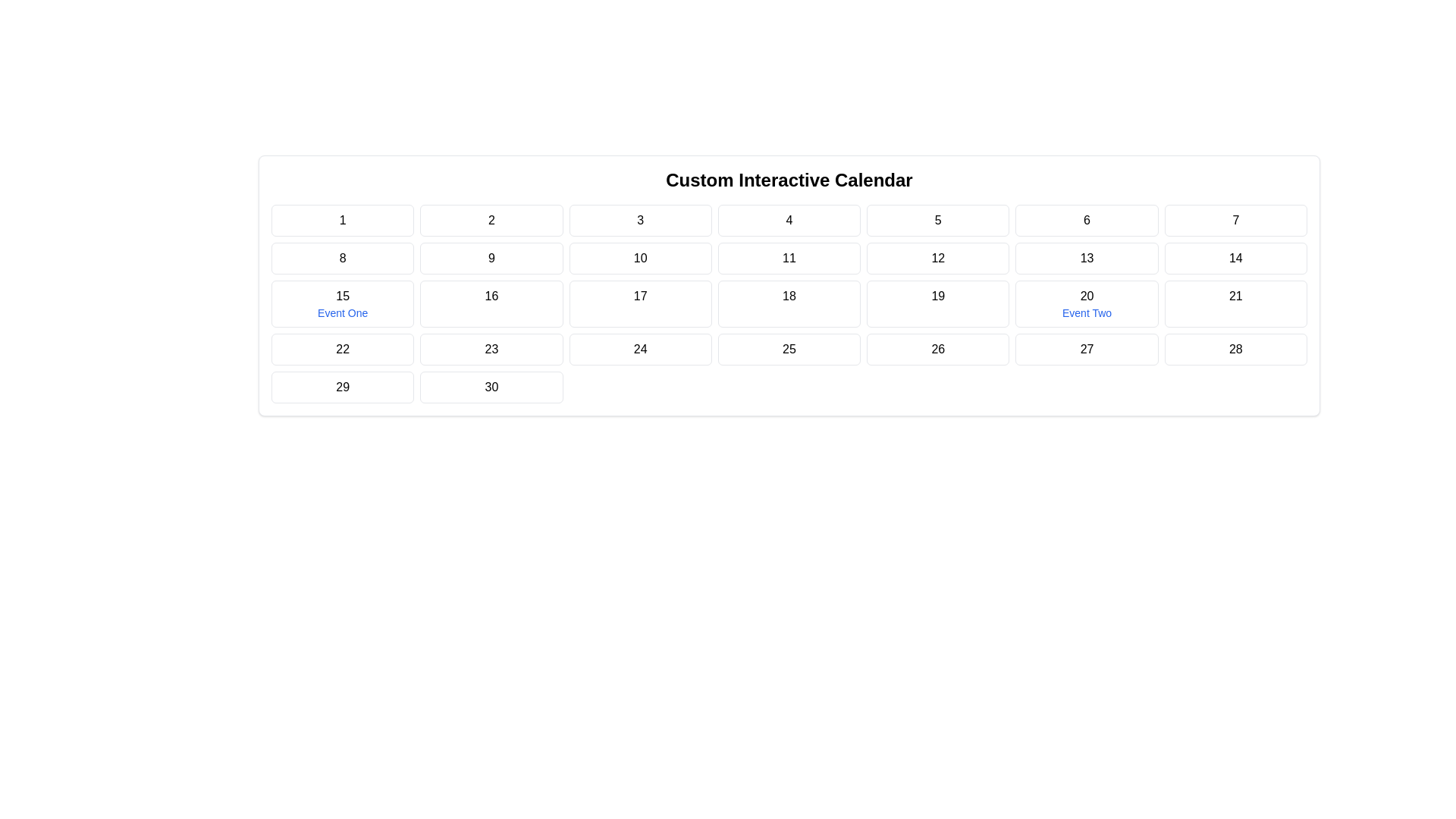 Image resolution: width=1456 pixels, height=819 pixels. Describe the element at coordinates (342, 312) in the screenshot. I see `the text label that displays 'Event One', which is centered below the number '15' within a calendar cell` at that location.